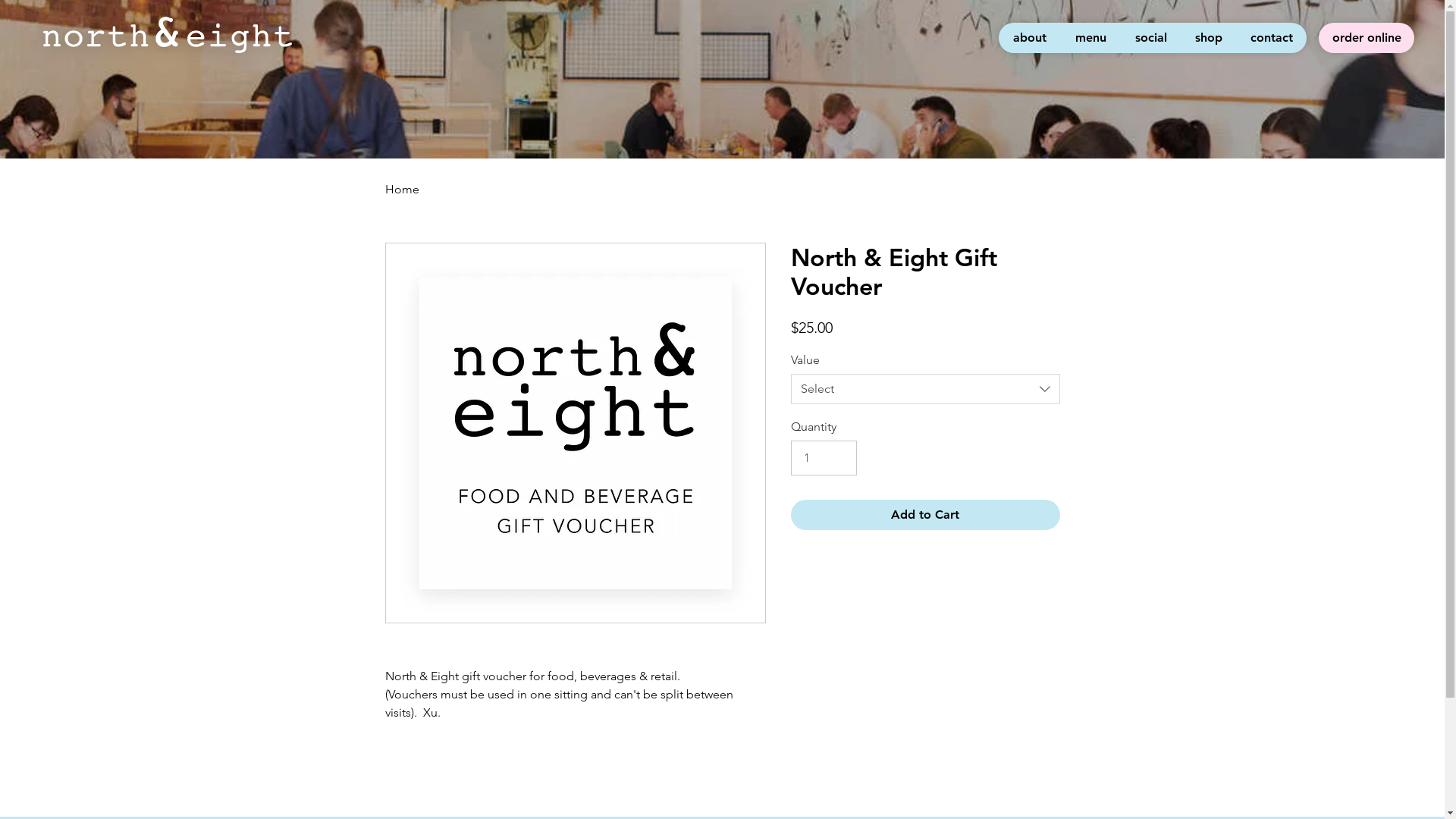 This screenshot has height=819, width=1456. I want to click on 'menu', so click(1089, 37).